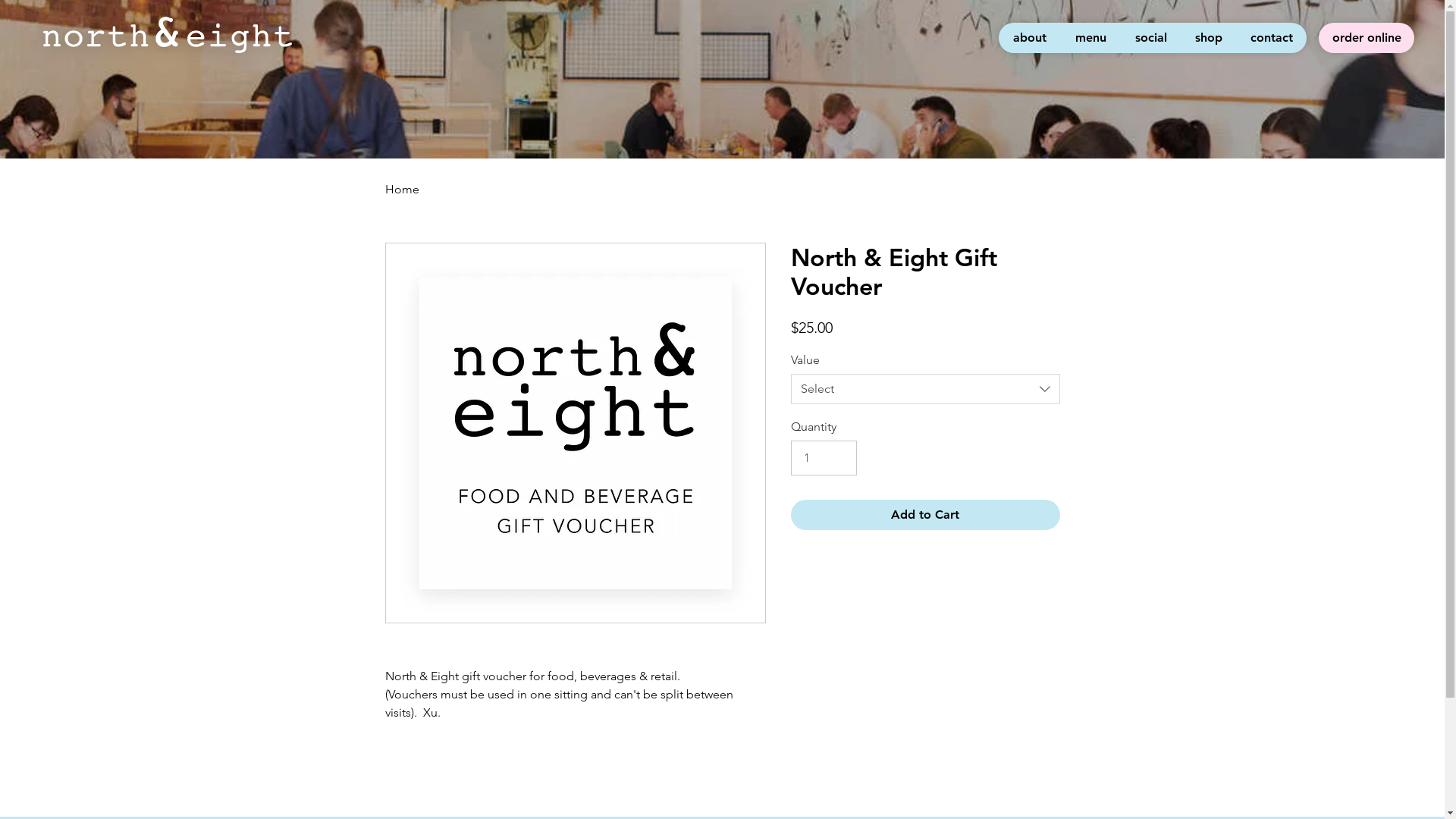 This screenshot has height=819, width=1456. I want to click on 'menu', so click(1089, 37).